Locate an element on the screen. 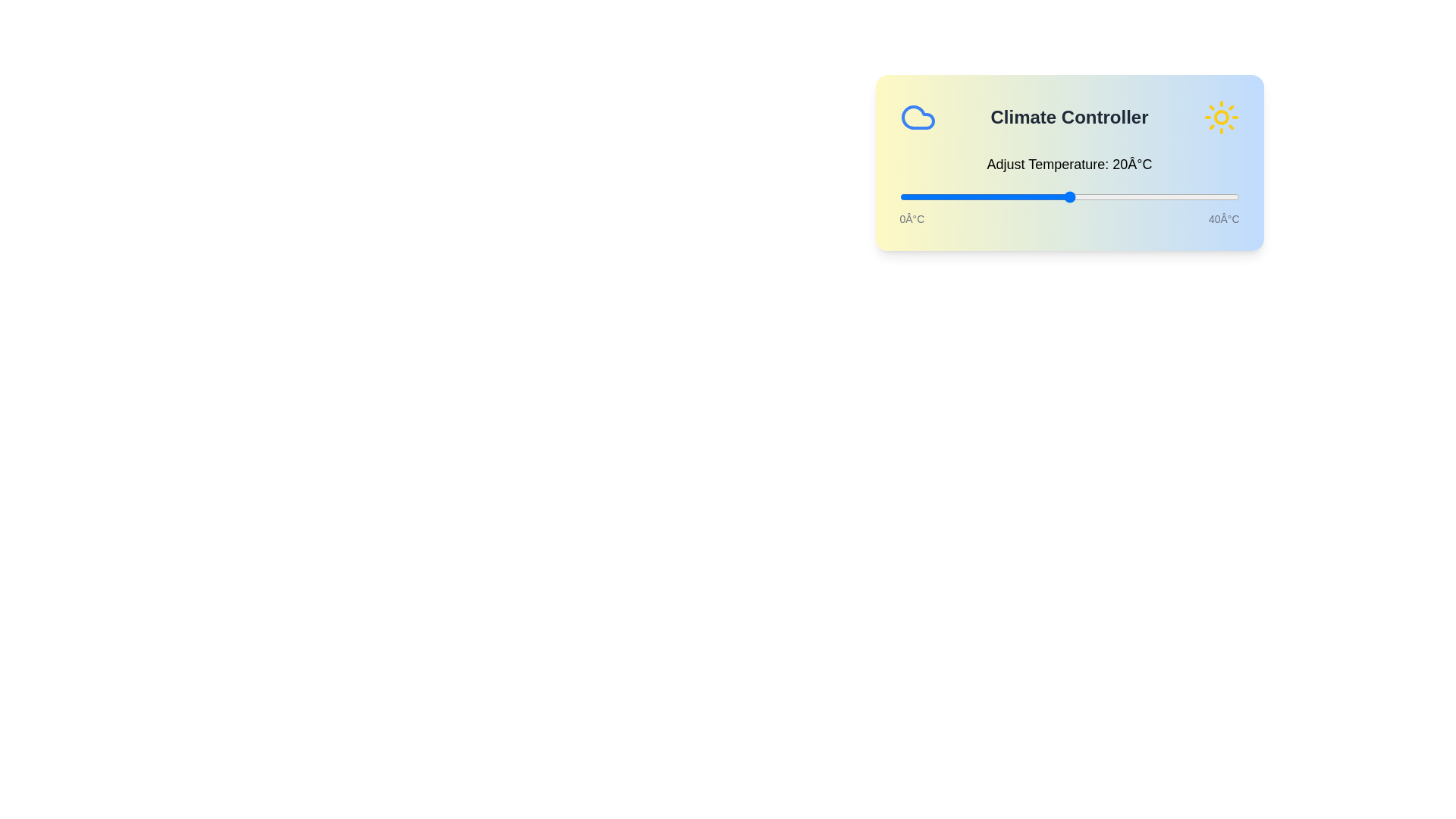 This screenshot has height=819, width=1456. the temperature to 6°C by moving the slider is located at coordinates (949, 196).